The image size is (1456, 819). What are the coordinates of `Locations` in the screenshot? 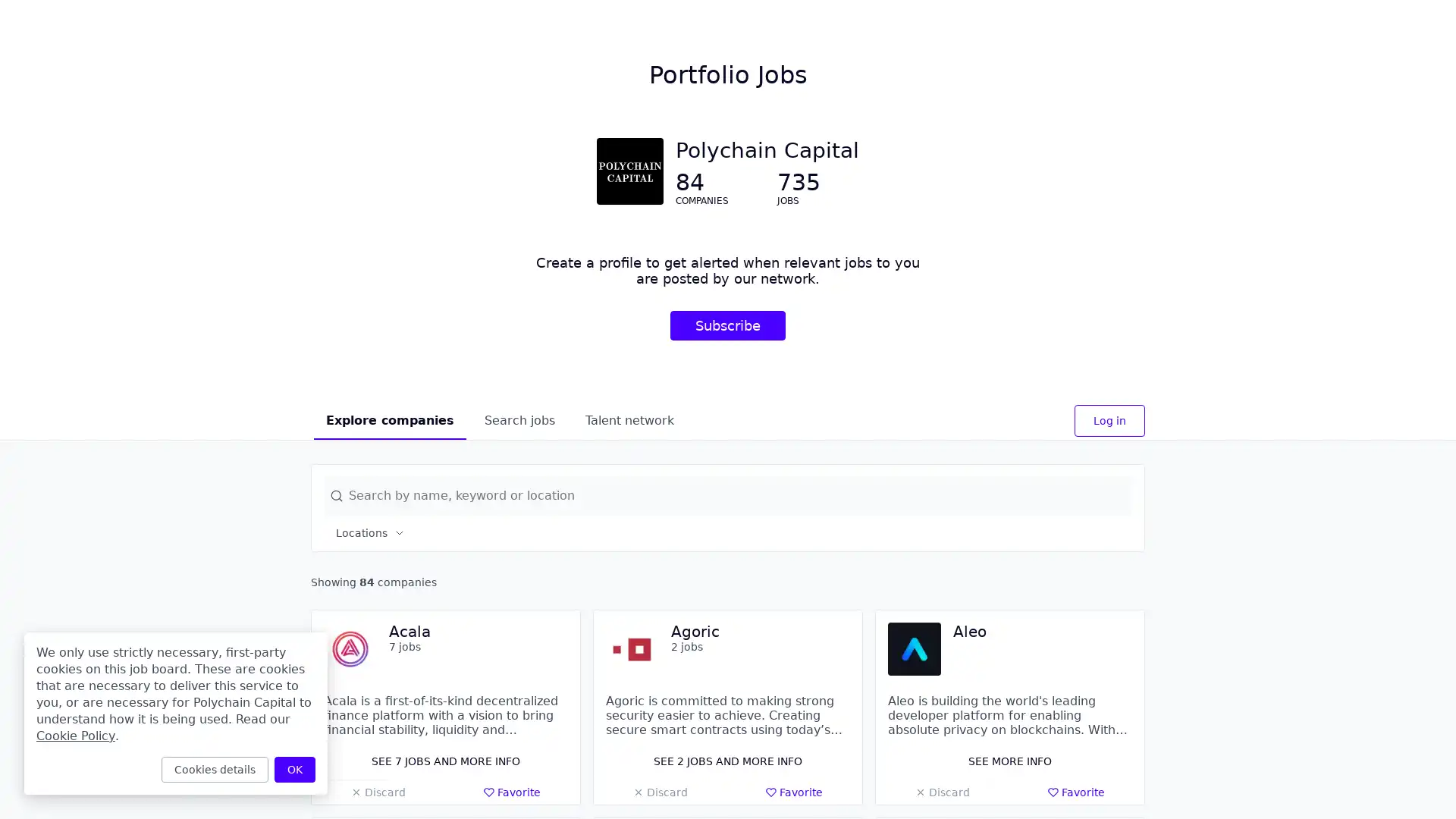 It's located at (371, 532).